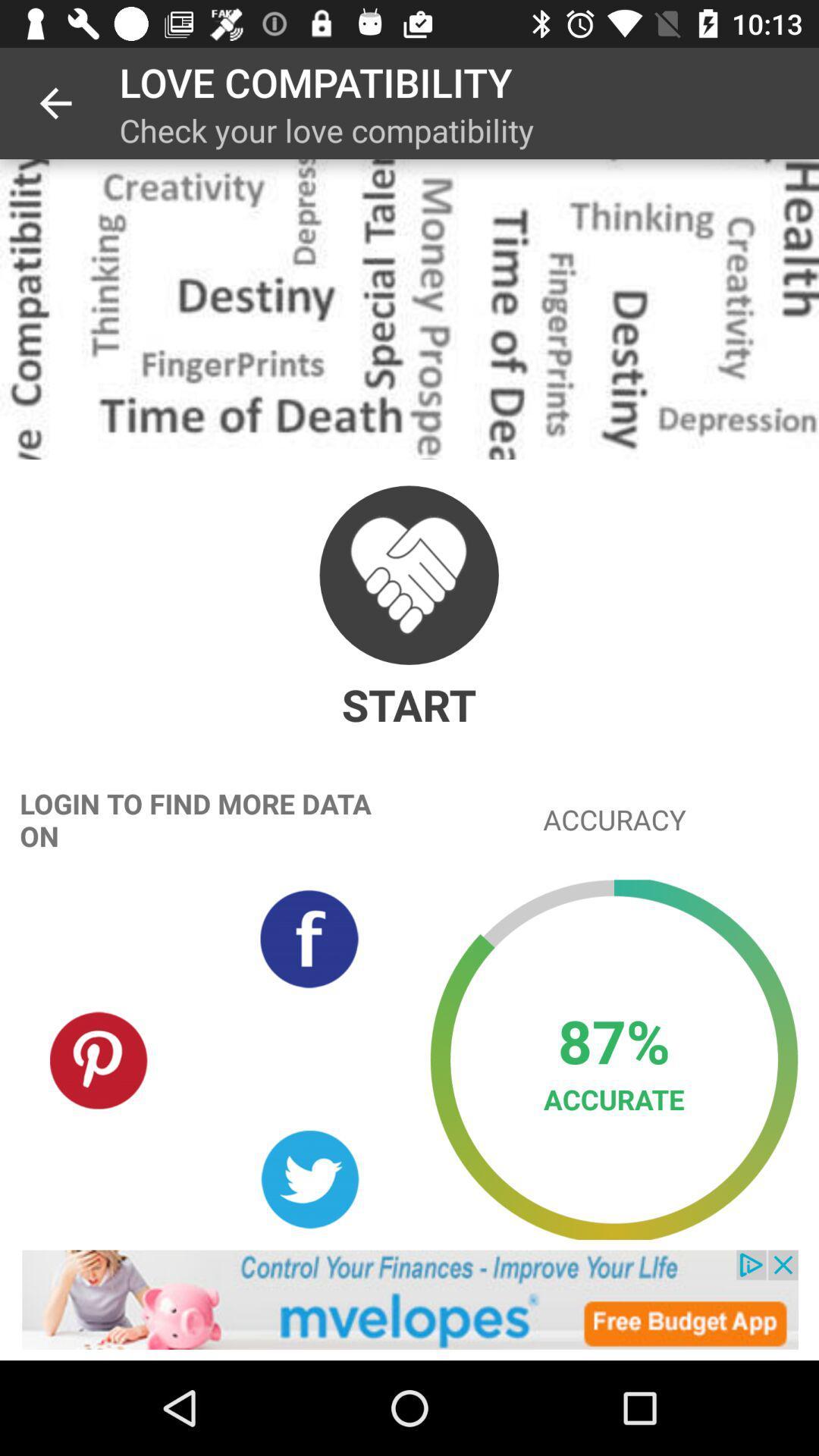  I want to click on start button, so click(408, 574).